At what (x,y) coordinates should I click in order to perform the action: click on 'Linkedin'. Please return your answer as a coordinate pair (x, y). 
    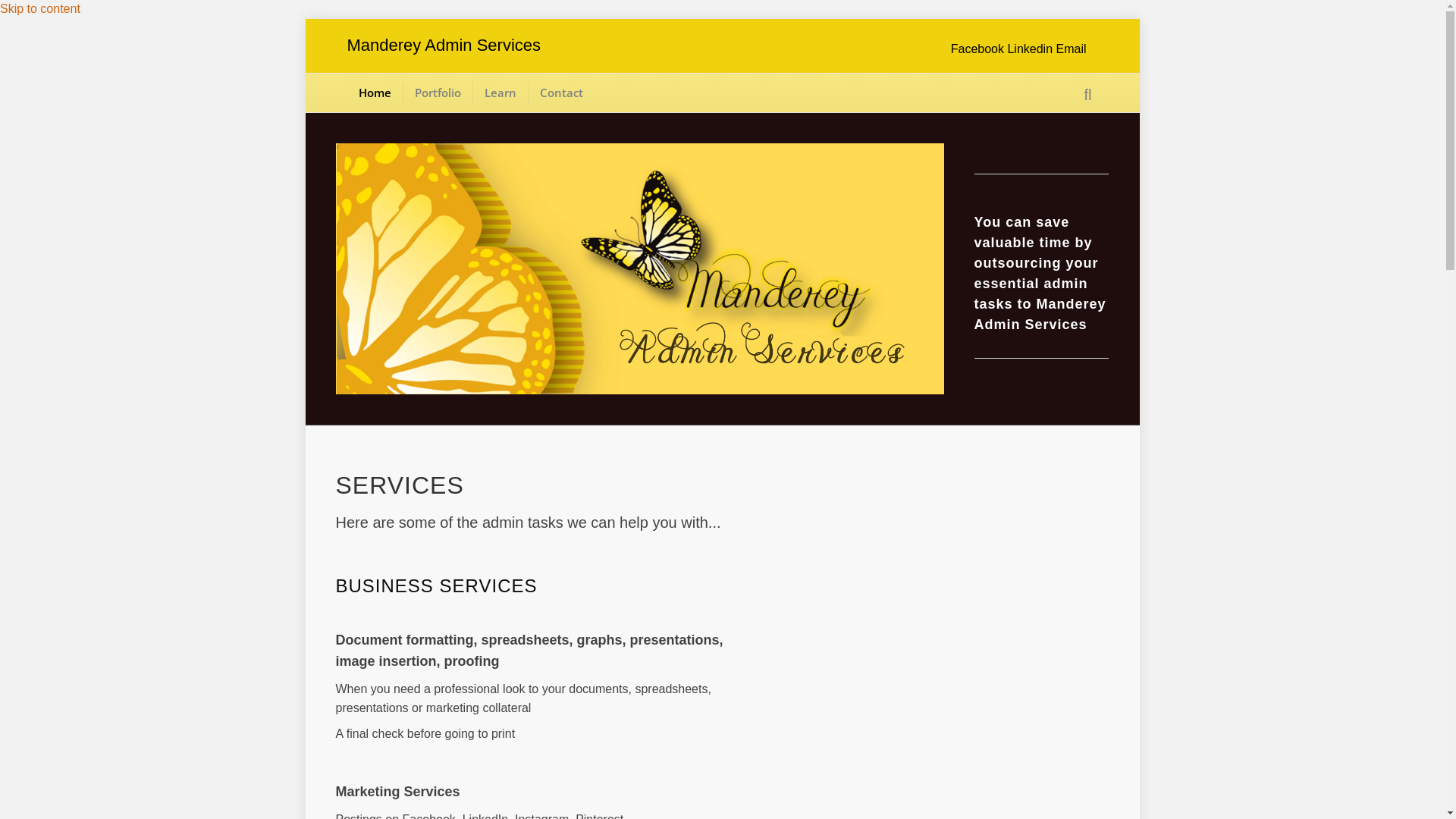
    Looking at the image, I should click on (1031, 48).